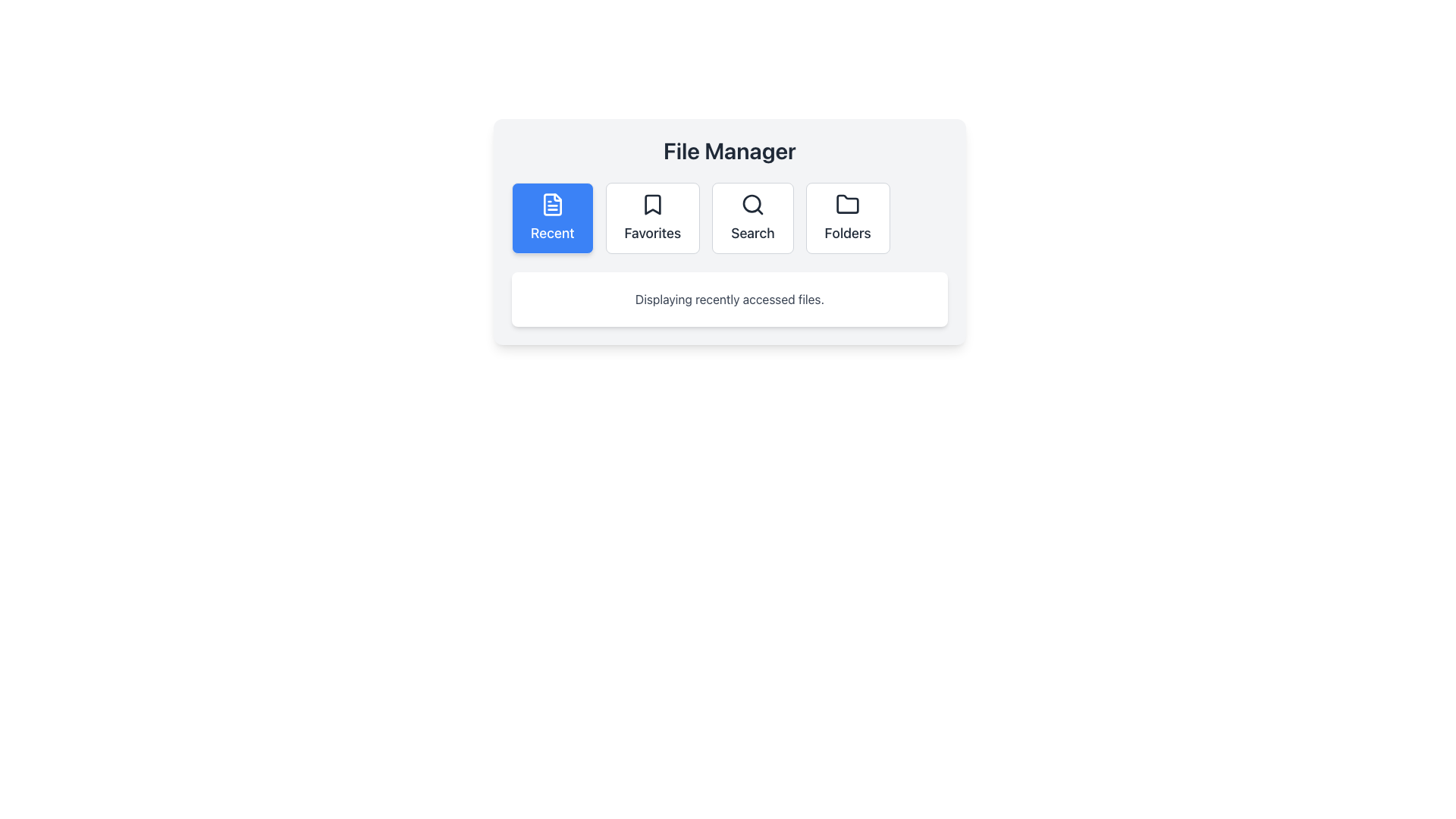 The height and width of the screenshot is (819, 1456). I want to click on the 'Favorites' icon located in the navigation panel, which is the second icon from the left used, so click(652, 205).